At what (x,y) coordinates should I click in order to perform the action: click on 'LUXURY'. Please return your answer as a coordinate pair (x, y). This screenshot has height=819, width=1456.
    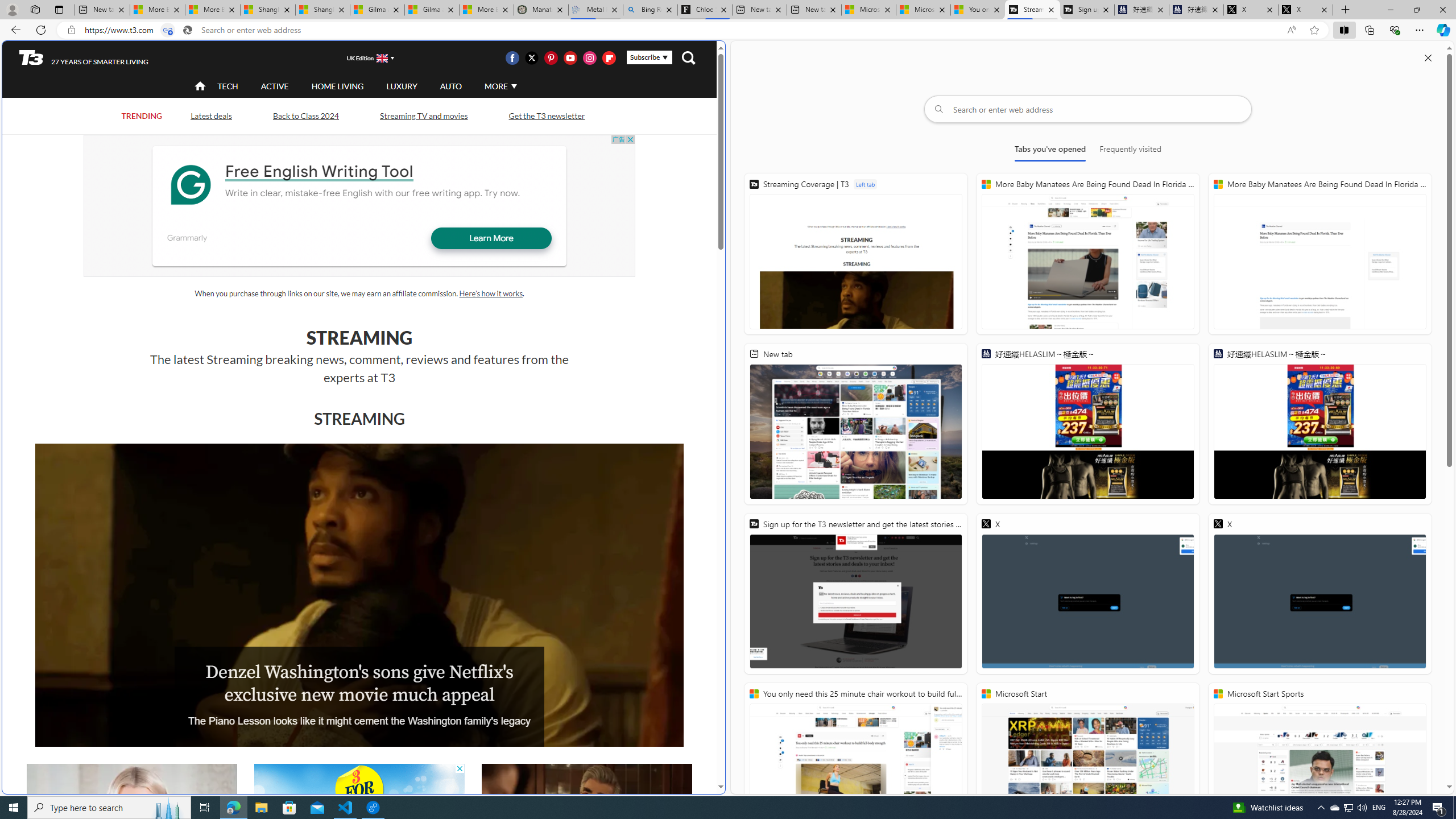
    Looking at the image, I should click on (401, 85).